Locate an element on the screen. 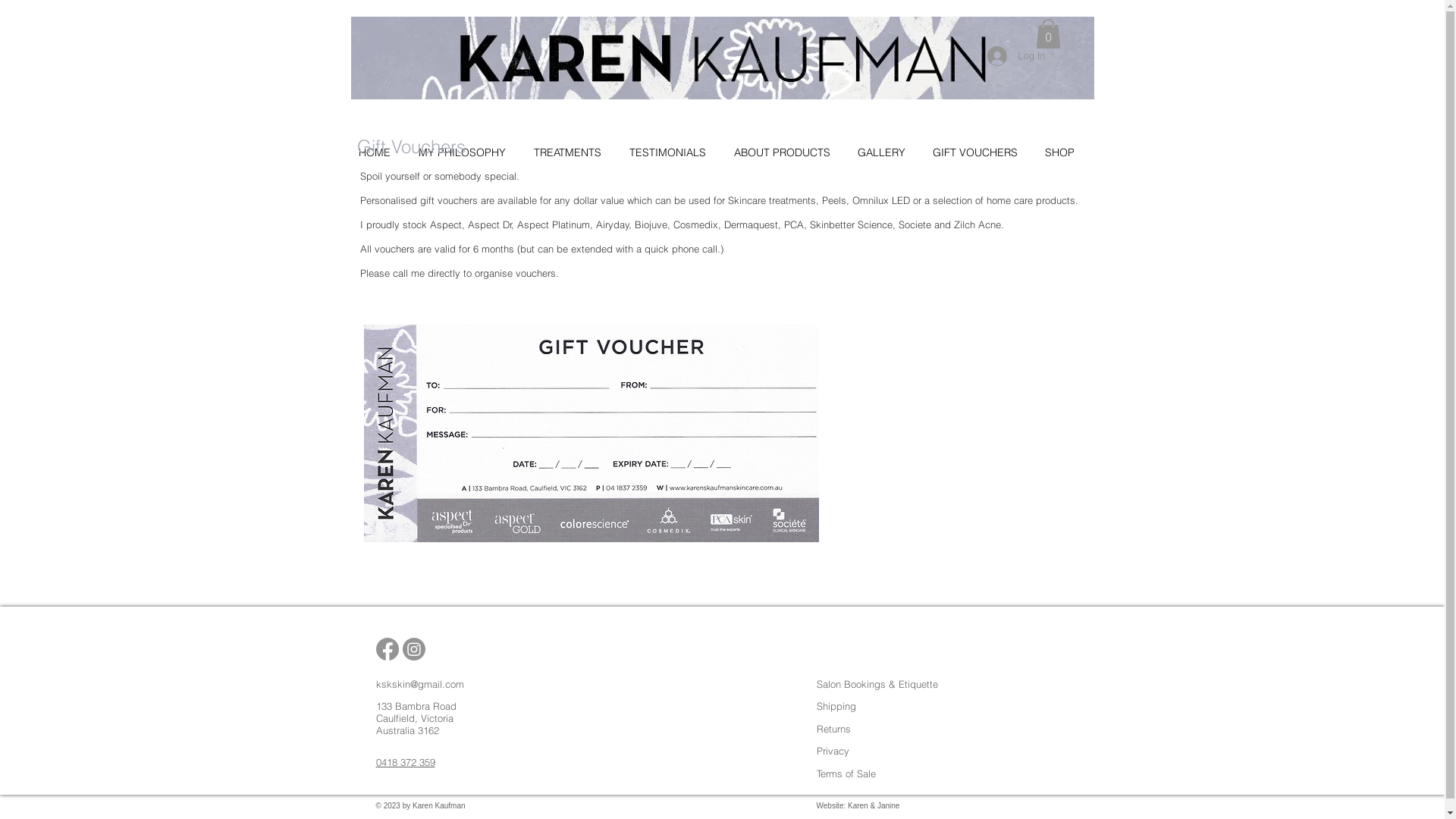  'GIFT VOUCHERS' is located at coordinates (981, 152).